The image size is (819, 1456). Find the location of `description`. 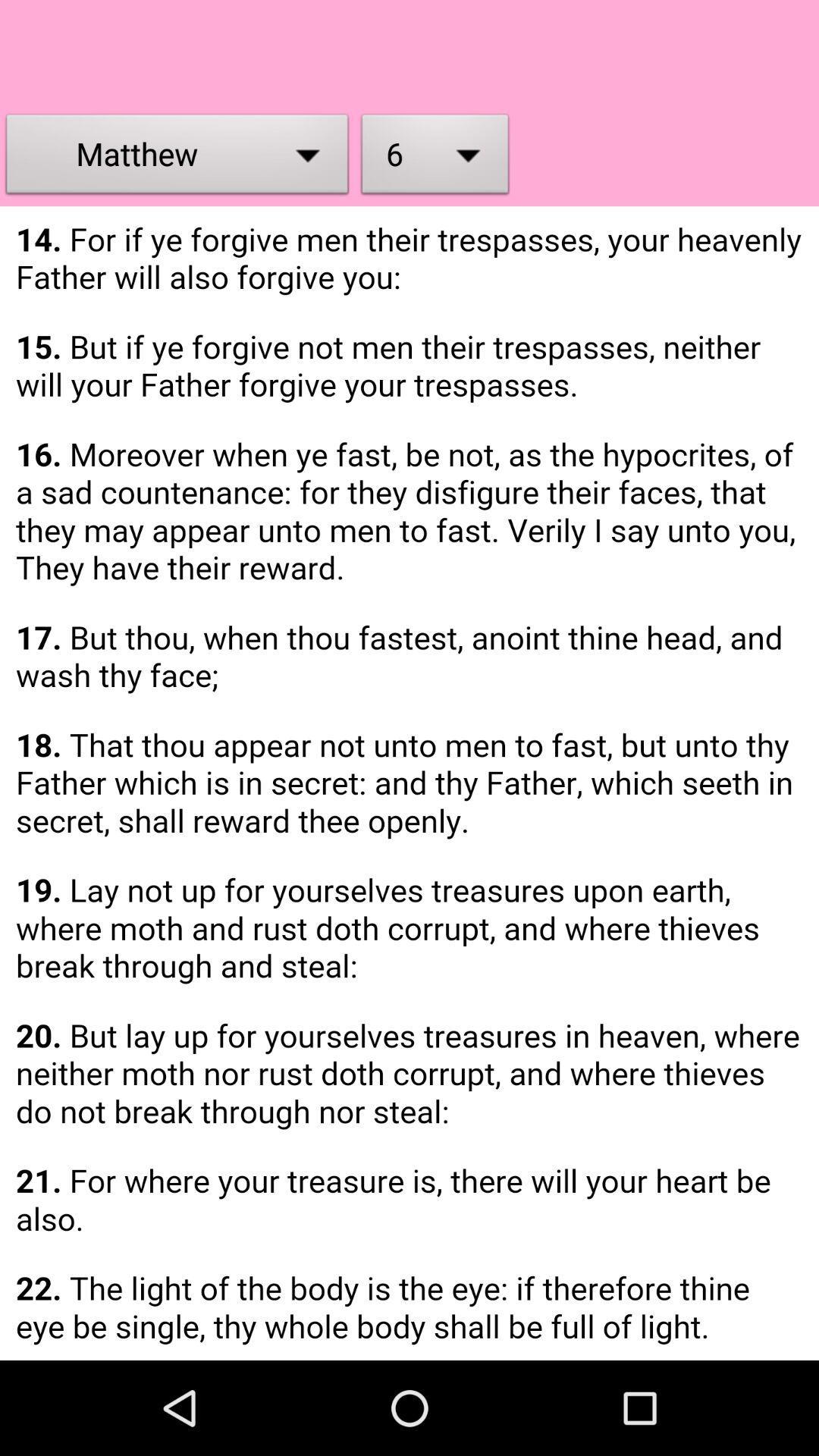

description is located at coordinates (409, 783).